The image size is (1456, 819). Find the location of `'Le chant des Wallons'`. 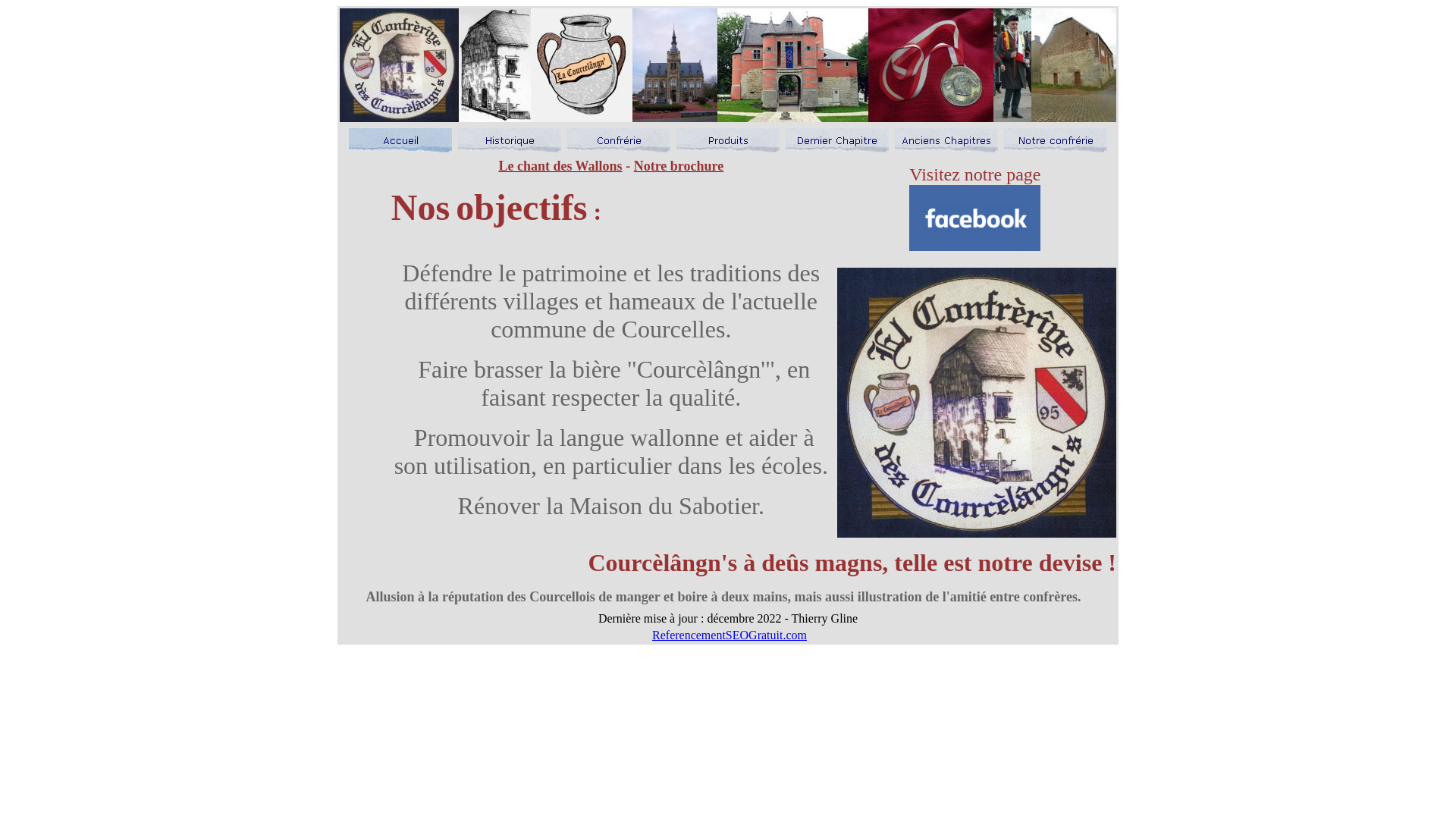

'Le chant des Wallons' is located at coordinates (498, 166).